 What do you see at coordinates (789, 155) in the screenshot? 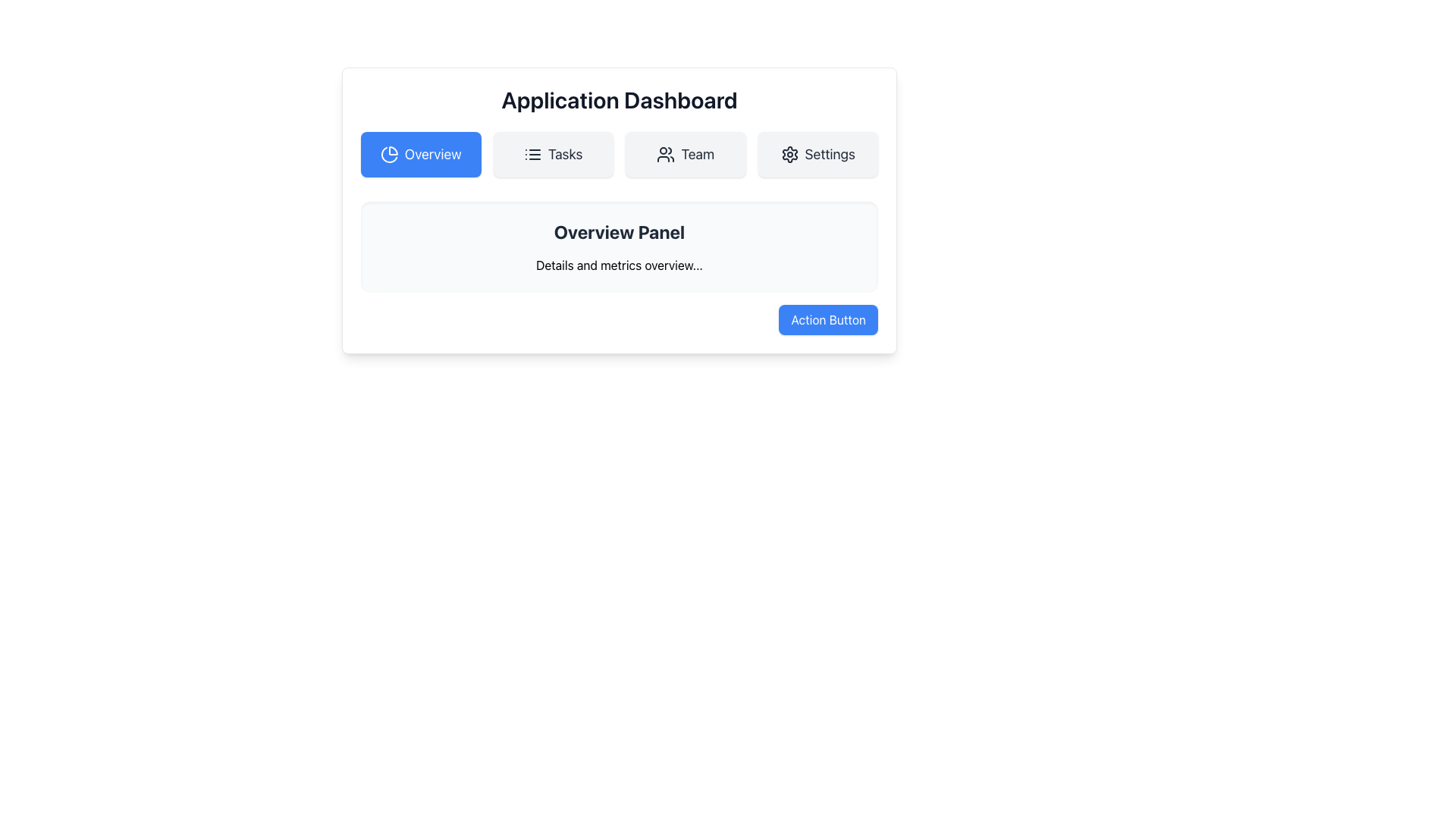
I see `the gear-like icon decoration with notched edges located in the settings button section at the top-right of the application dashboard` at bounding box center [789, 155].